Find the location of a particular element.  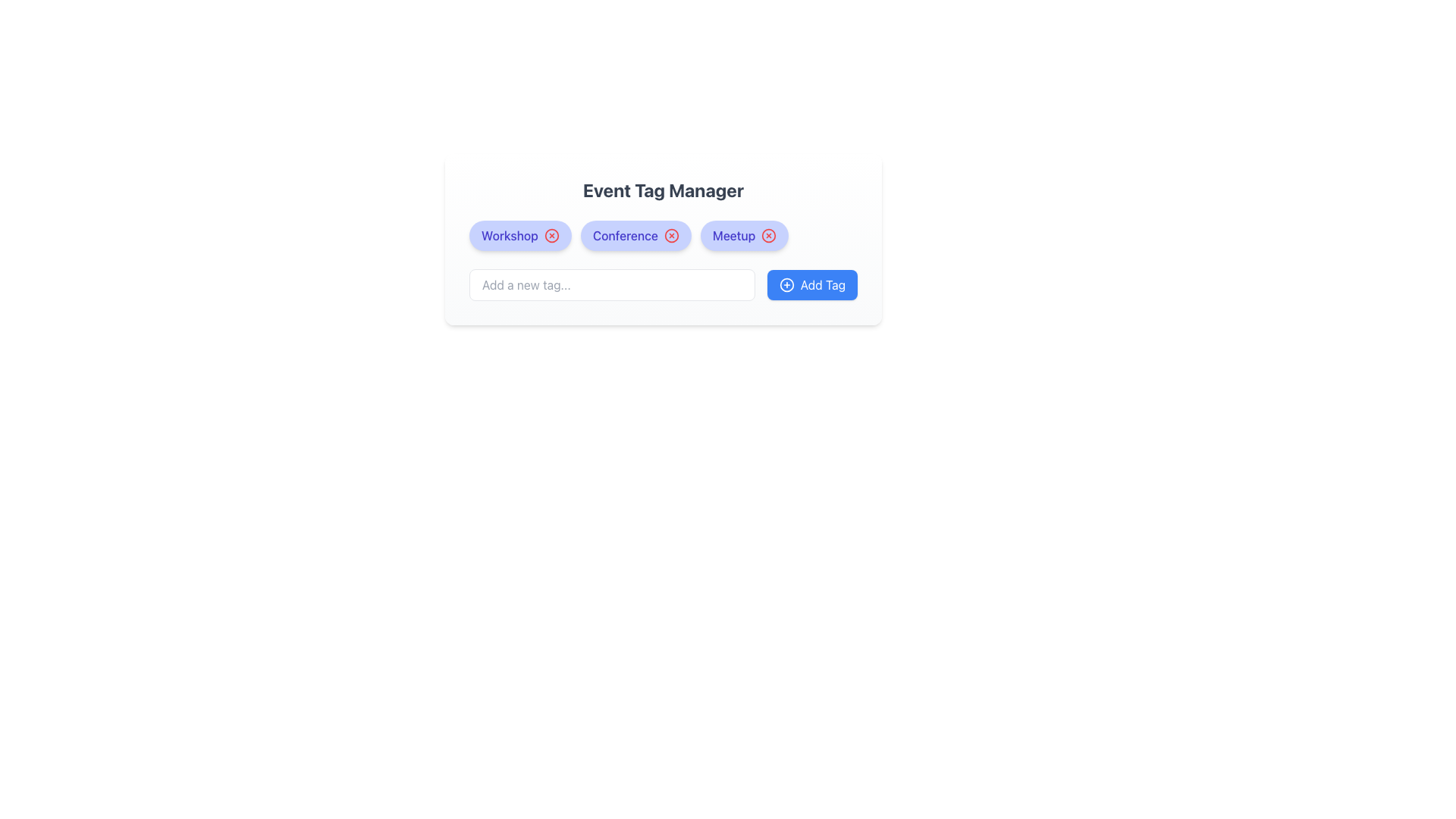

the circular vector graphic located inside the close button next to the 'Workshop' tag is located at coordinates (551, 236).